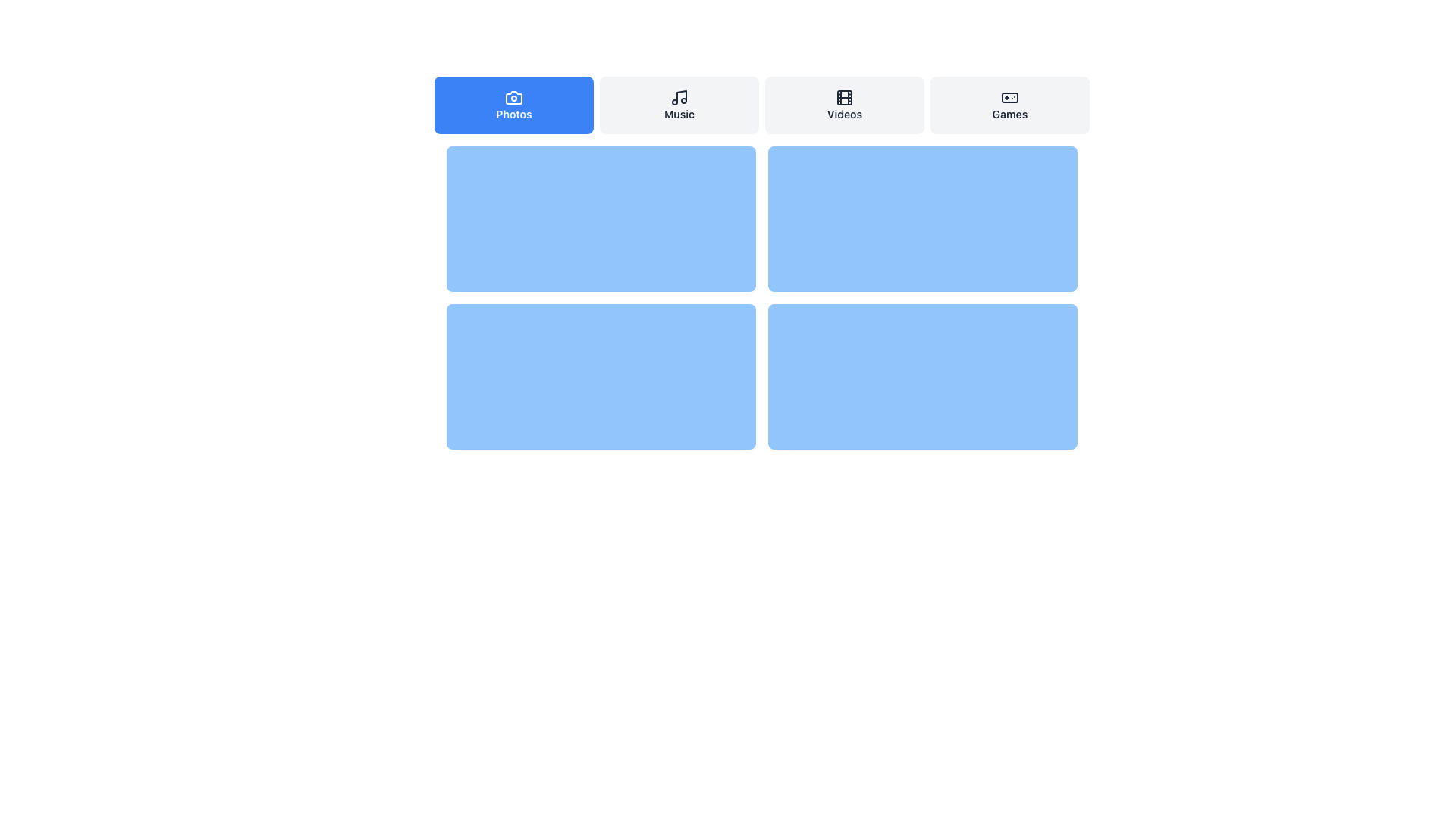  I want to click on the top-right panel of the 2x2 grid structure that serves as a decorative placeholder, so click(922, 219).